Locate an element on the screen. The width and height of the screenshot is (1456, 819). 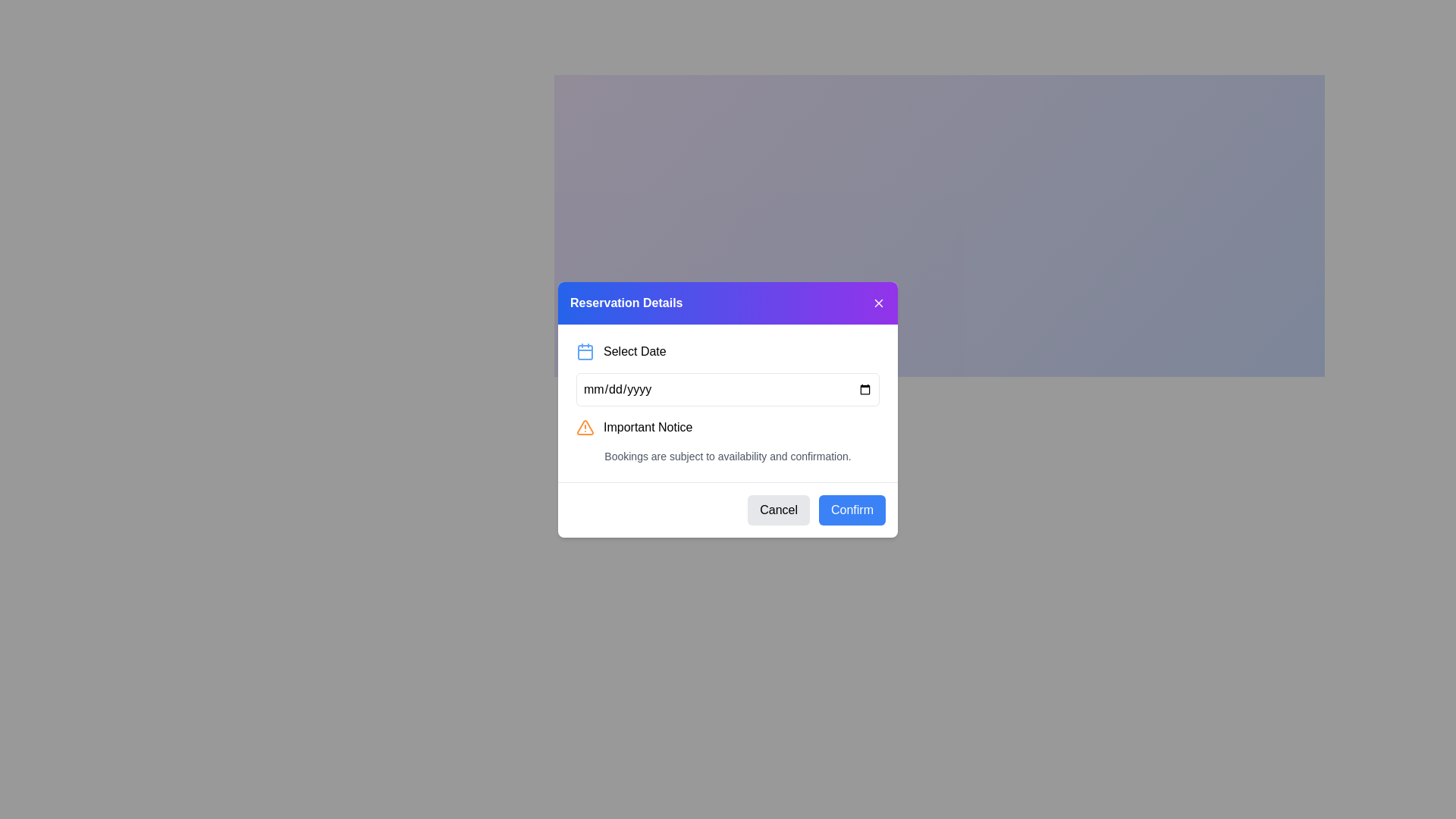
the 'Important Notice' text label displayed prominently in black color, located in the middle of the modal dialog box, to check for additional information is located at coordinates (648, 427).